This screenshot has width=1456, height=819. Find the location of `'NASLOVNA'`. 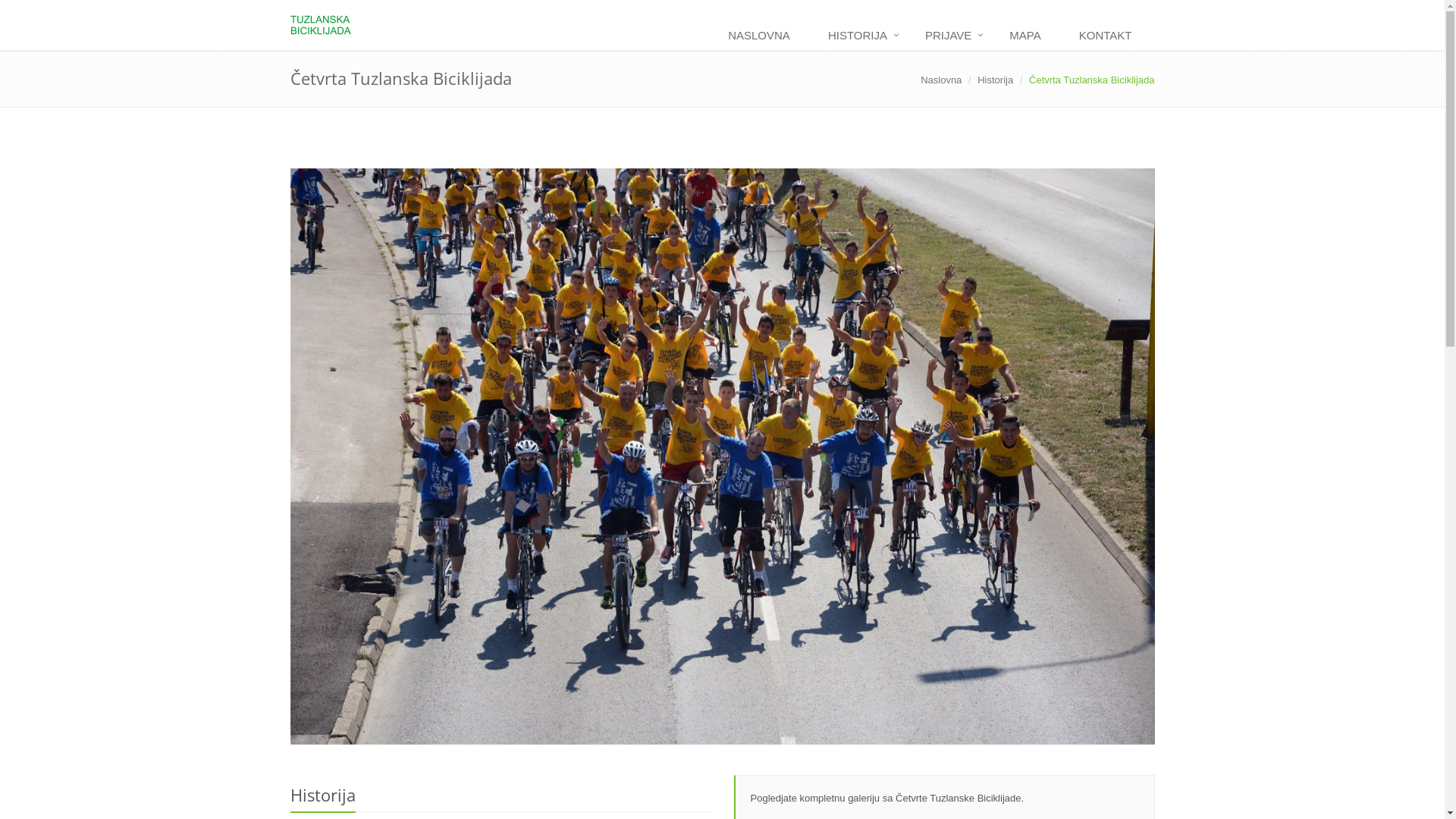

'NASLOVNA' is located at coordinates (763, 35).